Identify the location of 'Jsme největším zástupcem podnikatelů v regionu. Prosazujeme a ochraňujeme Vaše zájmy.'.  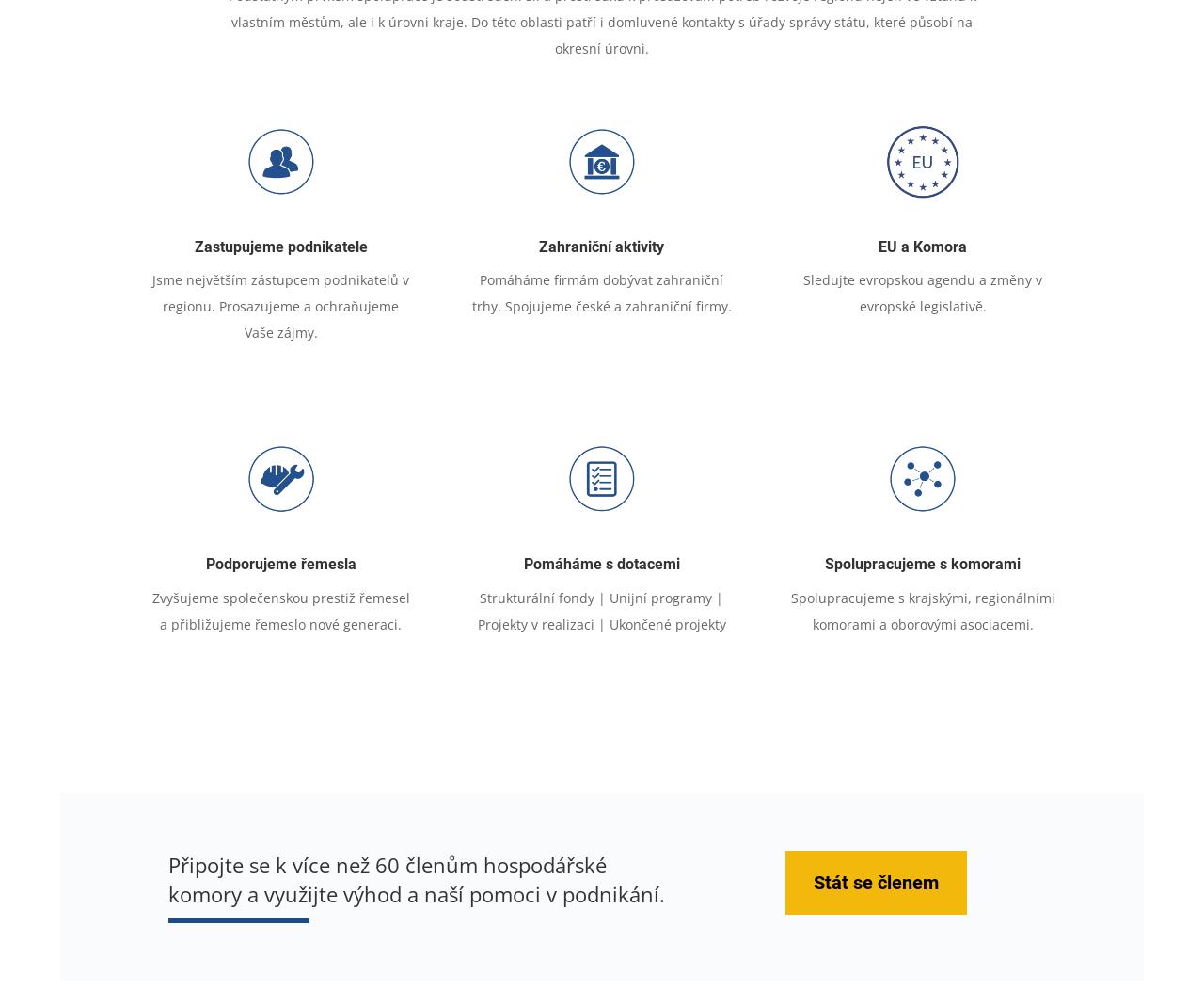
(279, 305).